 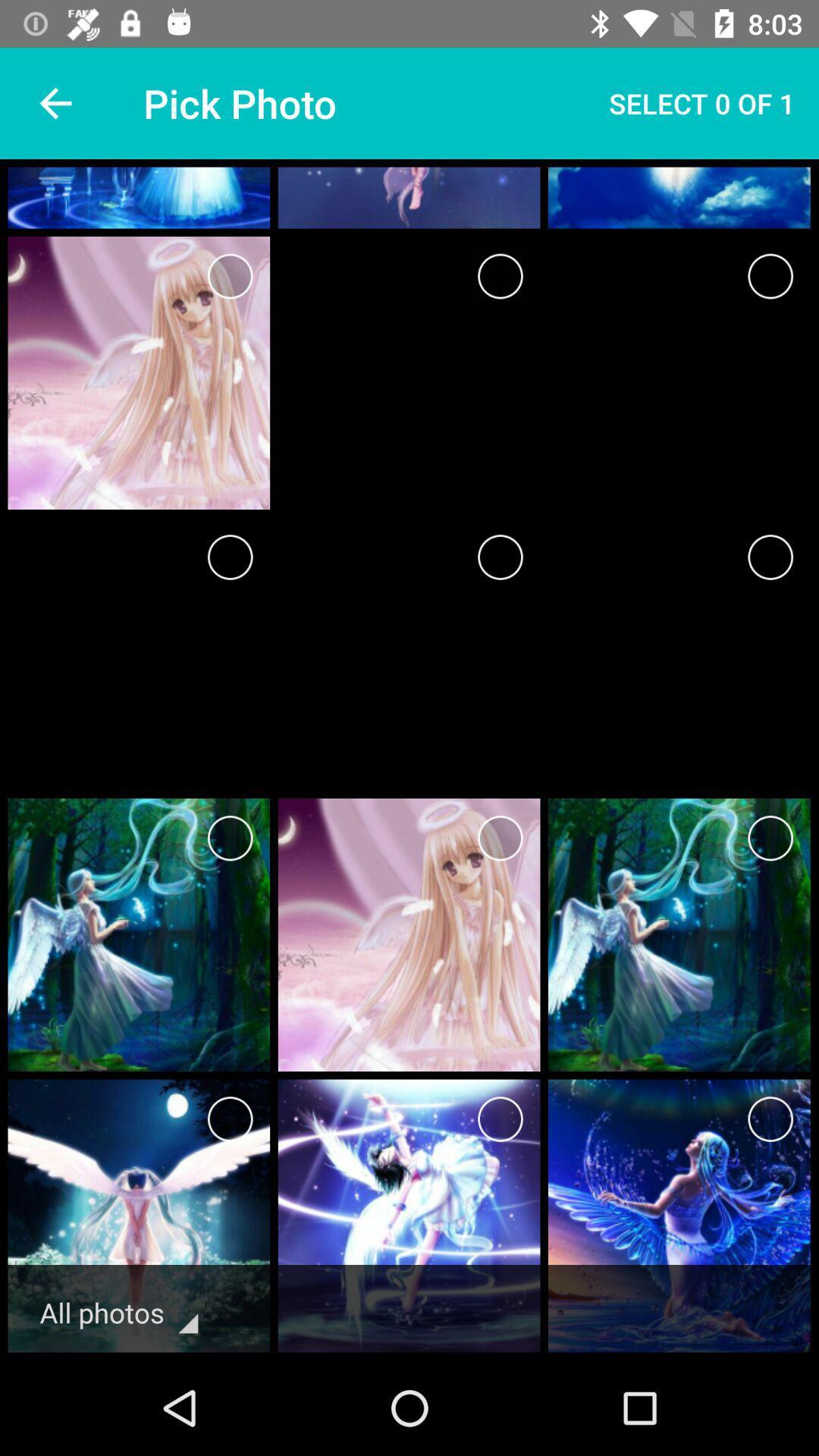 I want to click on image, so click(x=770, y=837).